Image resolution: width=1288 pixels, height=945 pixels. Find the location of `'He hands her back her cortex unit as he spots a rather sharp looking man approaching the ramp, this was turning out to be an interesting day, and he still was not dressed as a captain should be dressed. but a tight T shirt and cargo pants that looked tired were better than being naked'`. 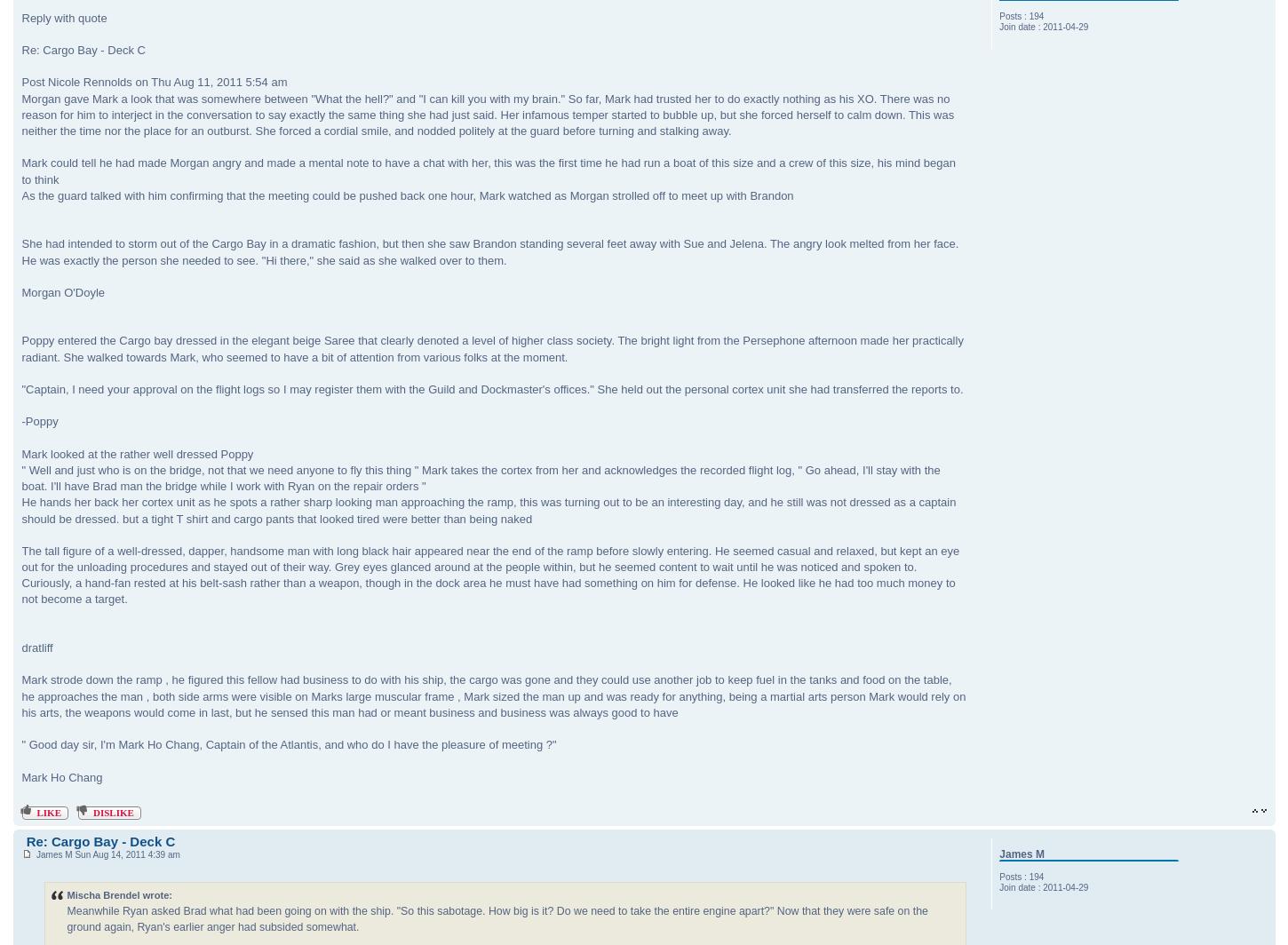

'He hands her back her cortex unit as he spots a rather sharp looking man approaching the ramp, this was turning out to be an interesting day, and he still was not dressed as a captain should be dressed. but a tight T shirt and cargo pants that looked tired were better than being naked' is located at coordinates (488, 510).